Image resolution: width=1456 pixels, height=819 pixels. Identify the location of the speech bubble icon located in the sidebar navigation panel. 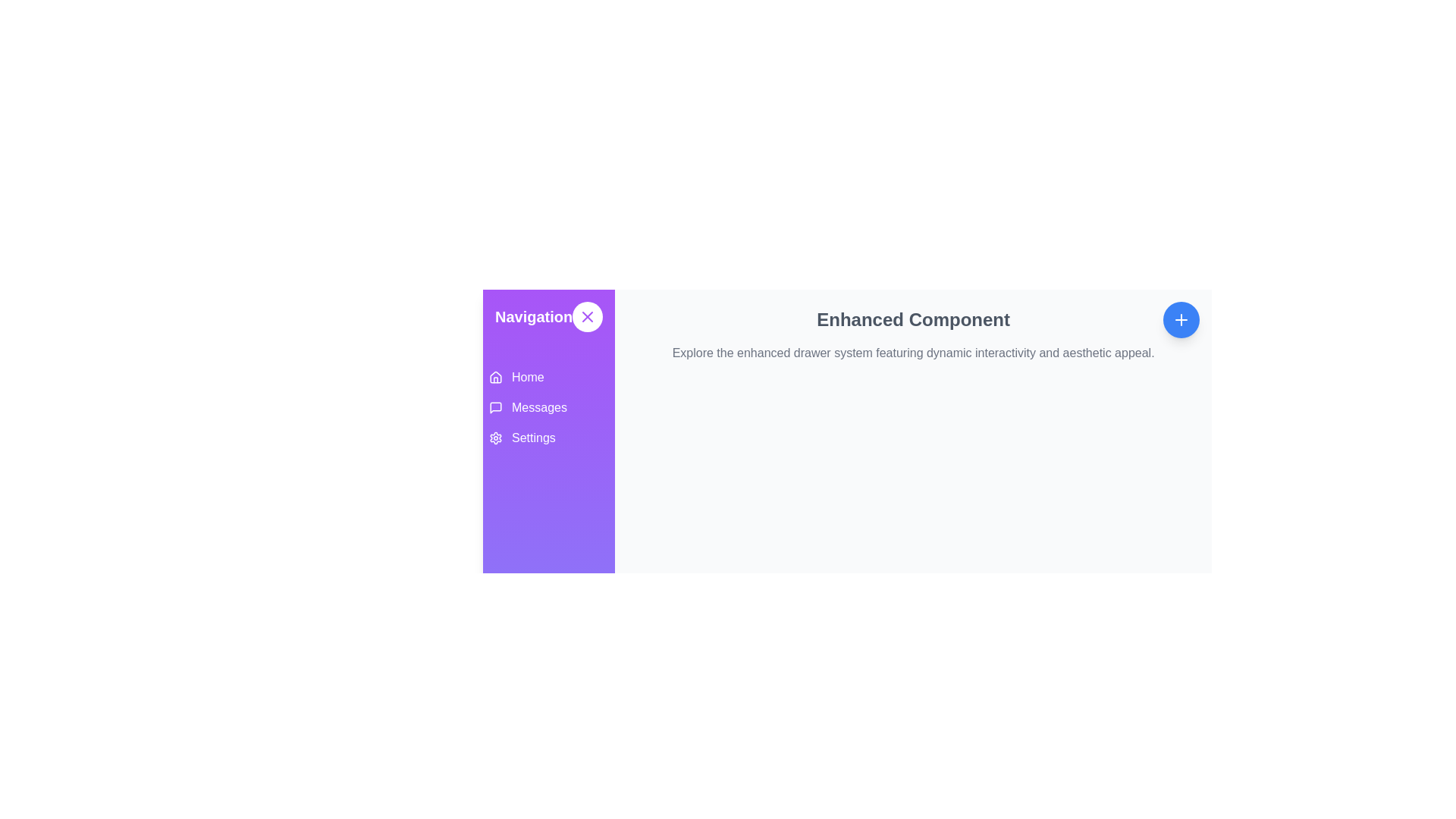
(495, 406).